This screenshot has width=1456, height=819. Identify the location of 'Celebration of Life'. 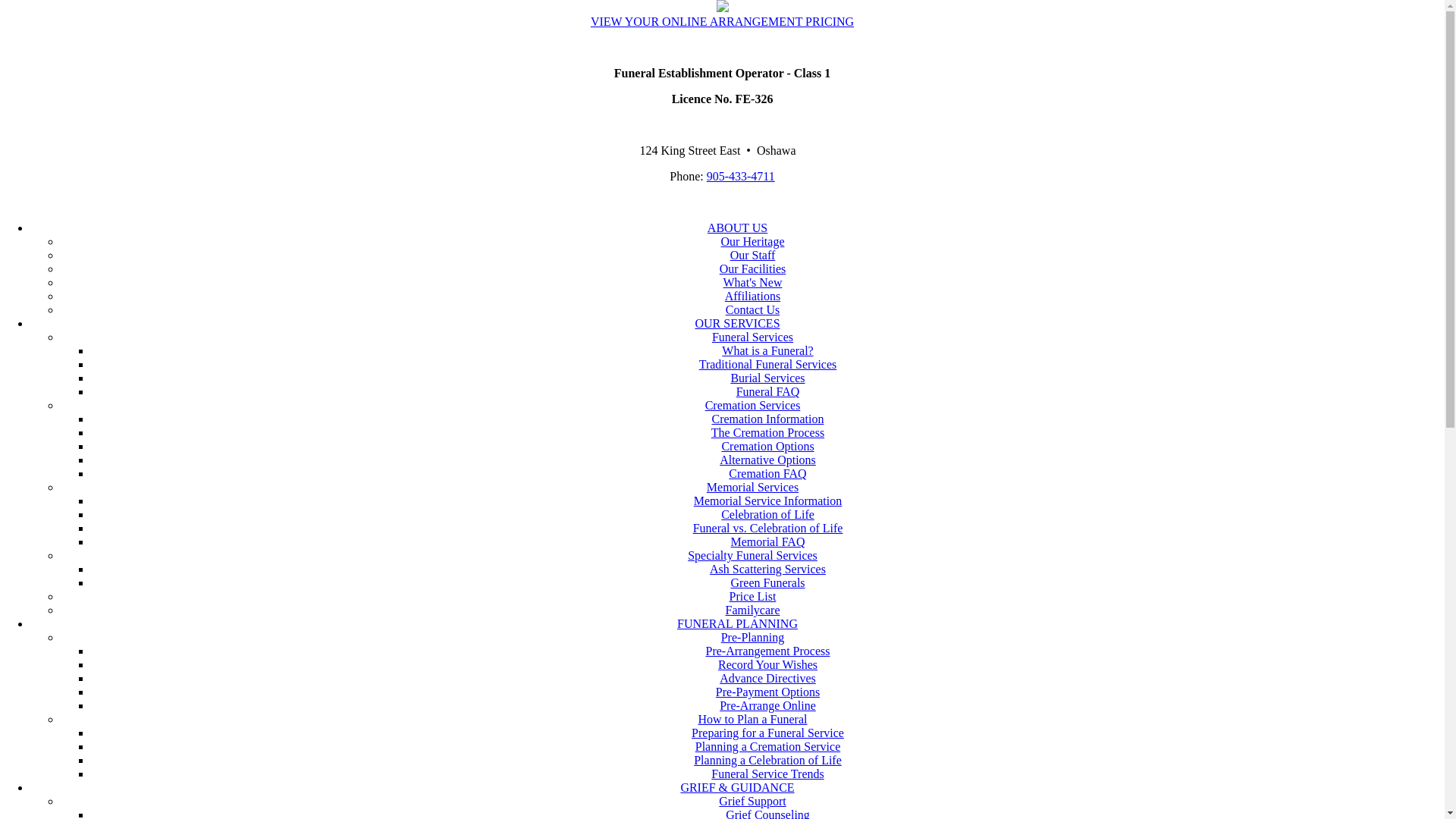
(720, 513).